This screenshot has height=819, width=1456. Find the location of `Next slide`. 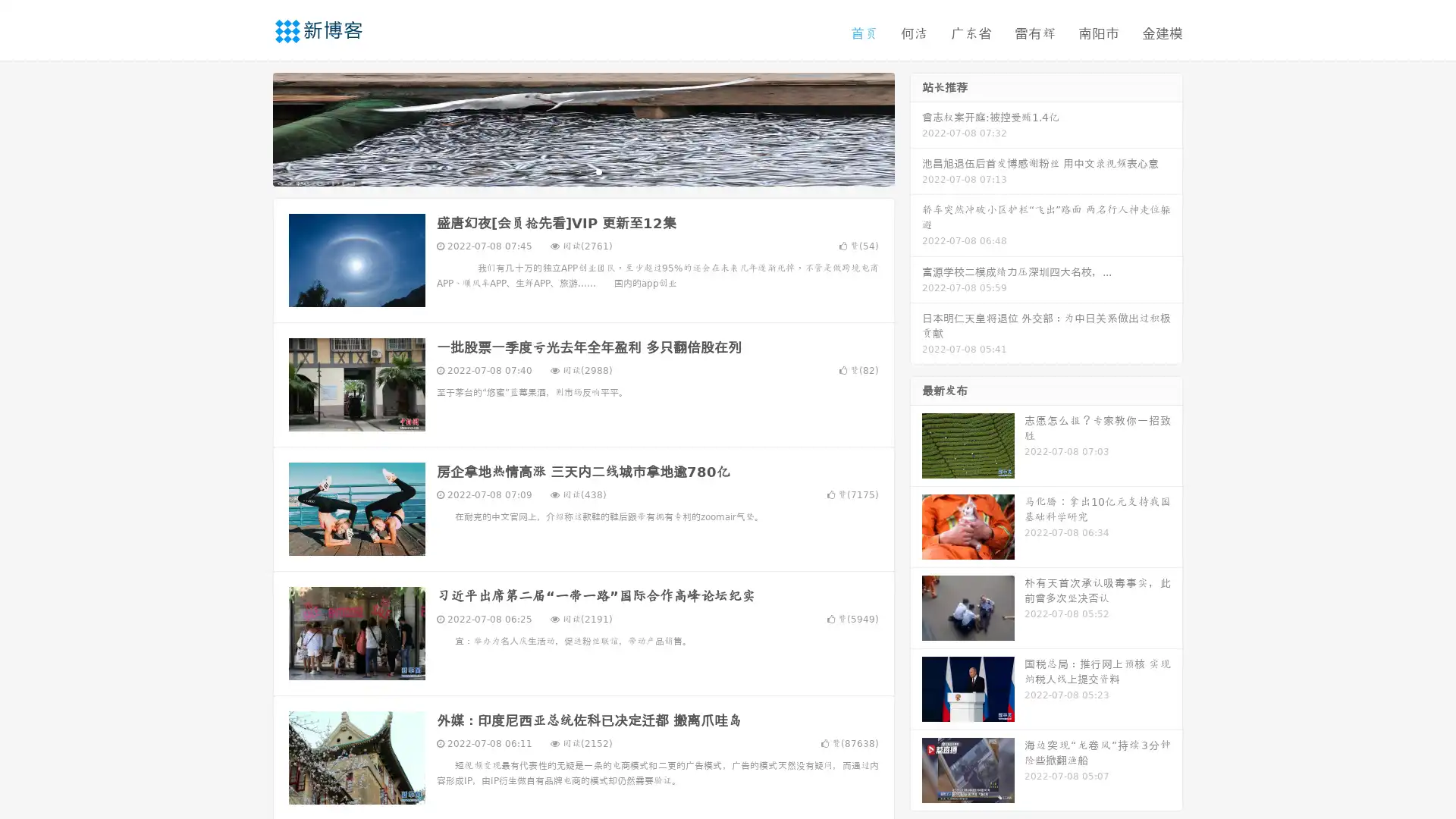

Next slide is located at coordinates (916, 127).